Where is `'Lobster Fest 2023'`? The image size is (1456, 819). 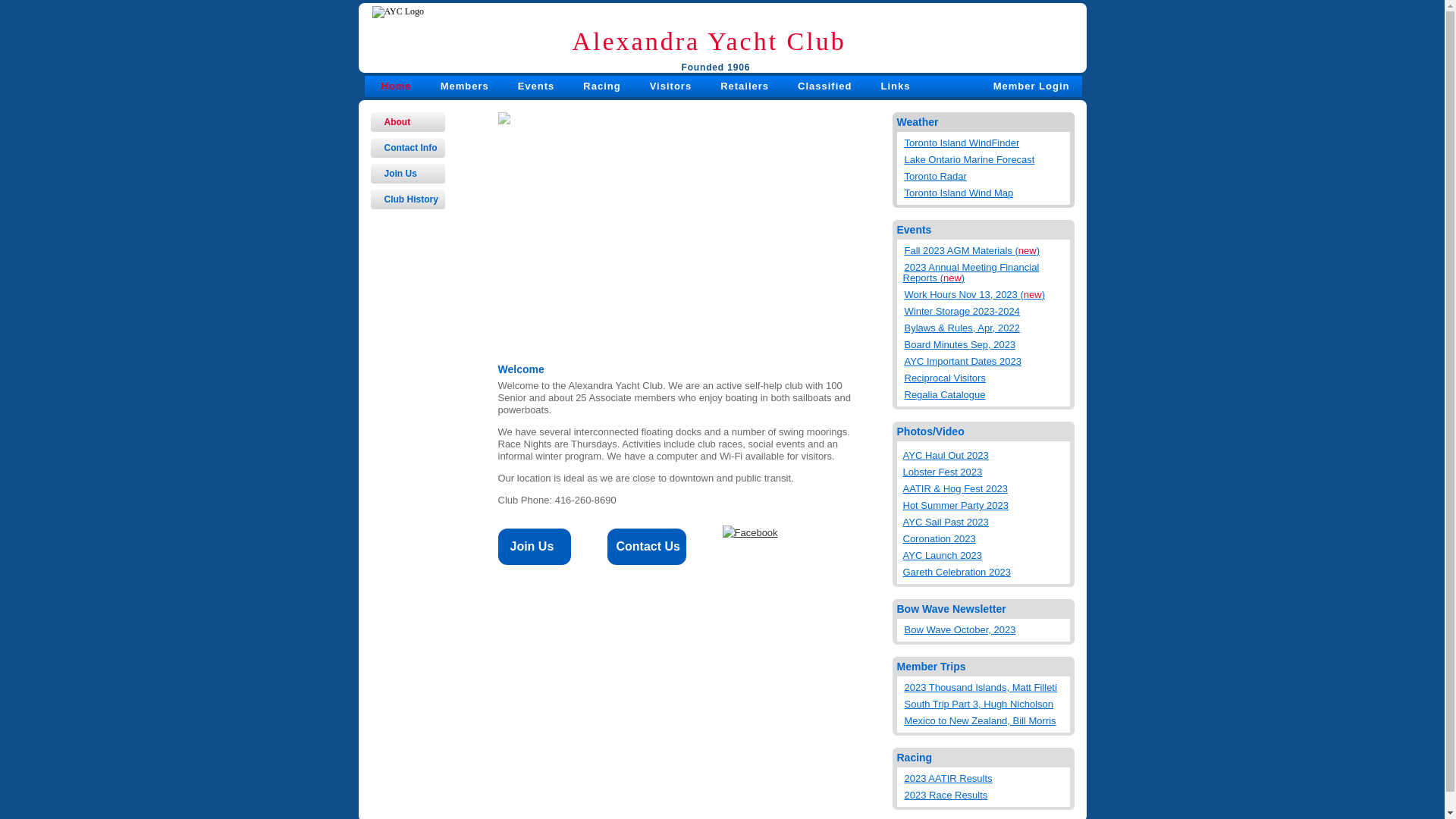 'Lobster Fest 2023' is located at coordinates (984, 472).